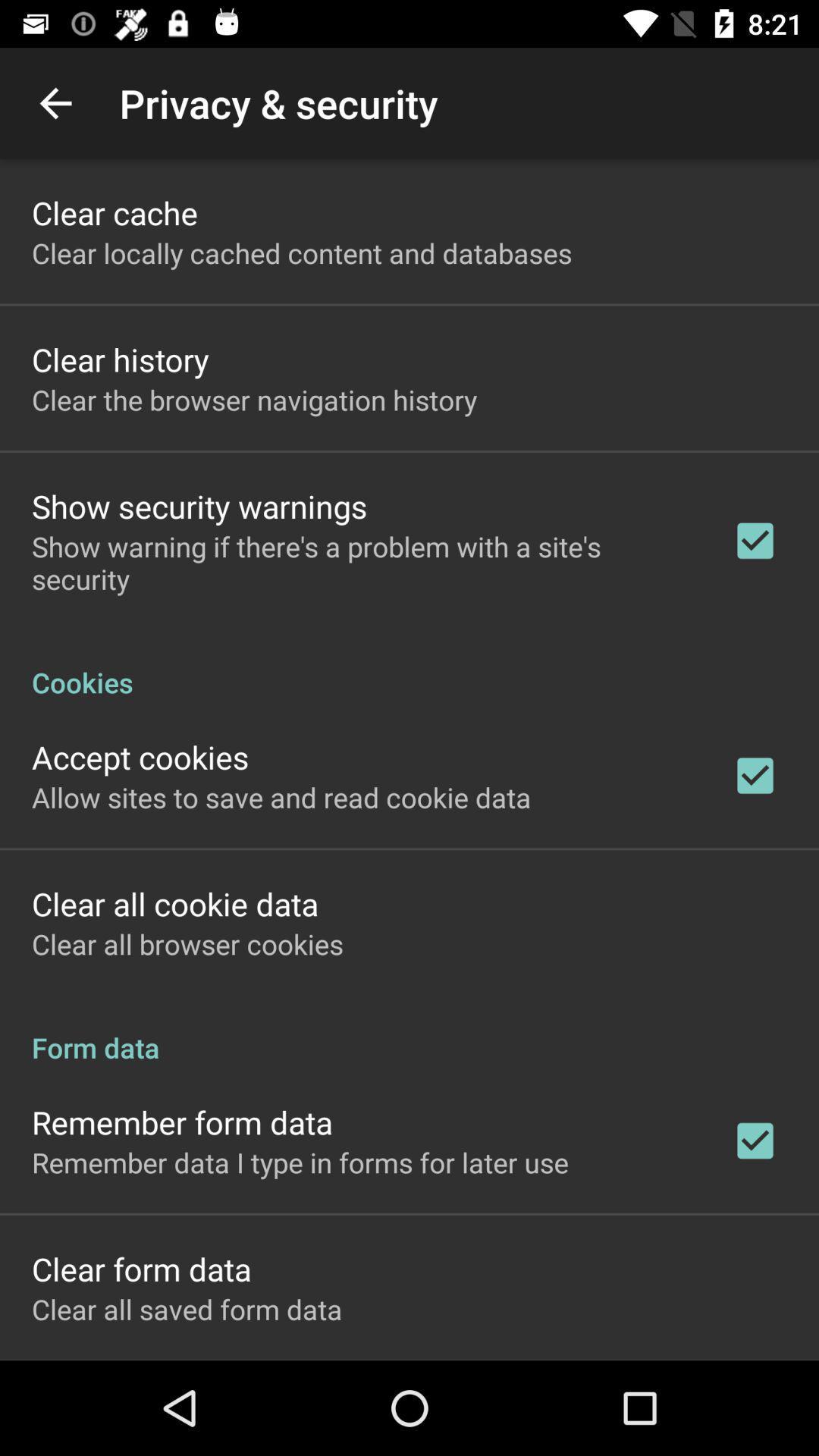 The height and width of the screenshot is (1456, 819). What do you see at coordinates (302, 253) in the screenshot?
I see `icon below clear cache app` at bounding box center [302, 253].